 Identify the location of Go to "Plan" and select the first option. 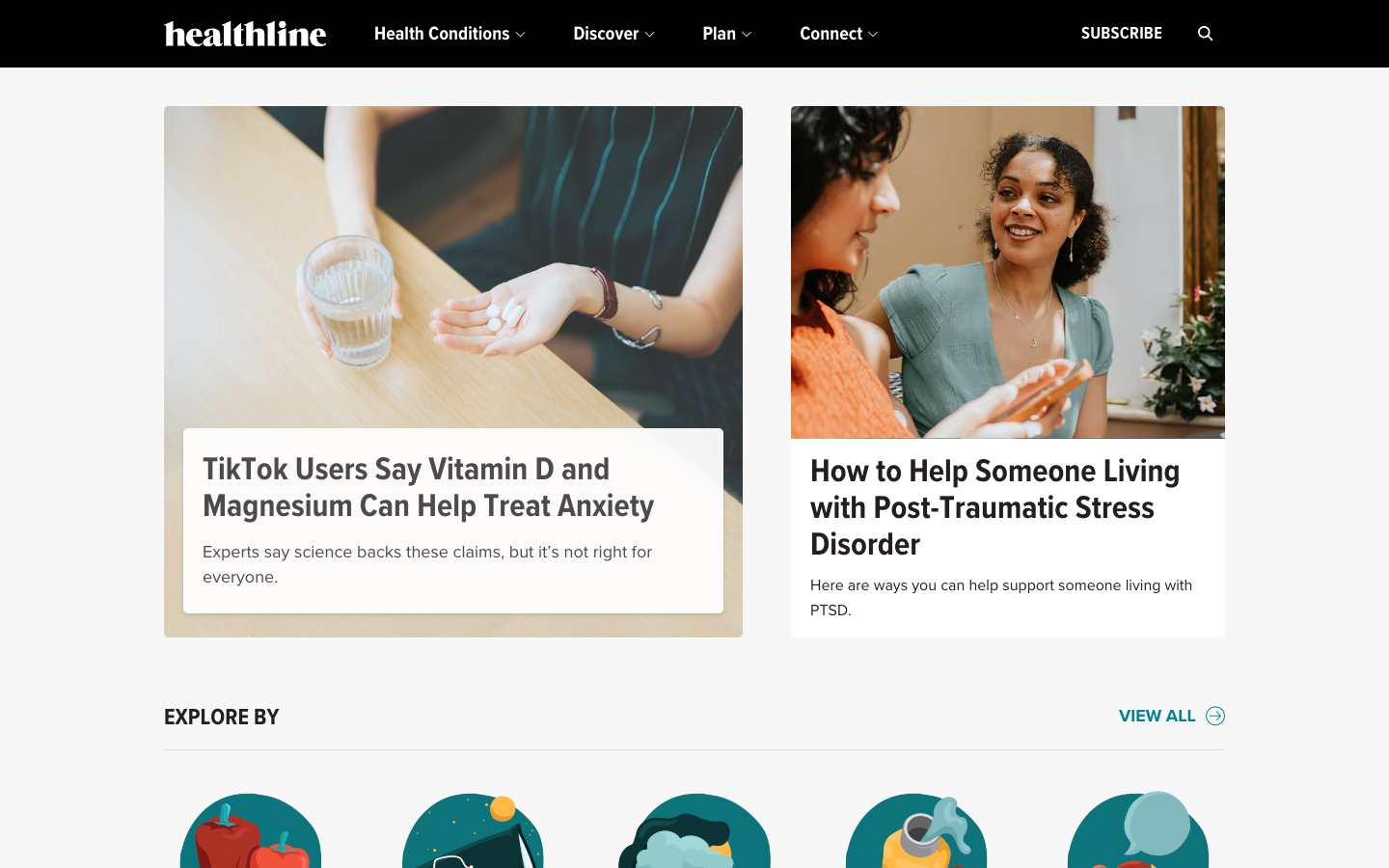
(725, 33).